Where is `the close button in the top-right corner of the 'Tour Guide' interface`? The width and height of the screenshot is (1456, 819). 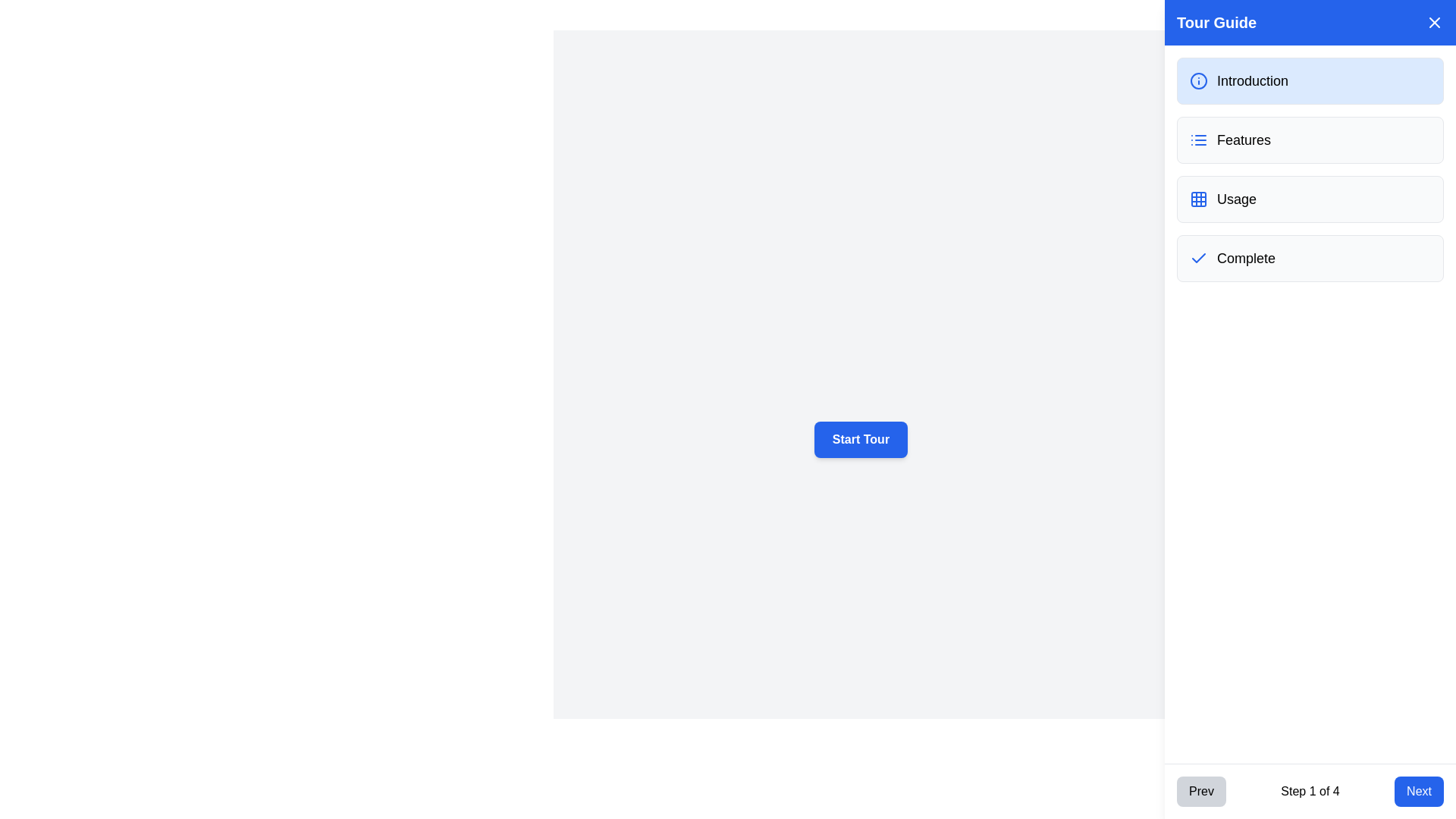
the close button in the top-right corner of the 'Tour Guide' interface is located at coordinates (1433, 23).